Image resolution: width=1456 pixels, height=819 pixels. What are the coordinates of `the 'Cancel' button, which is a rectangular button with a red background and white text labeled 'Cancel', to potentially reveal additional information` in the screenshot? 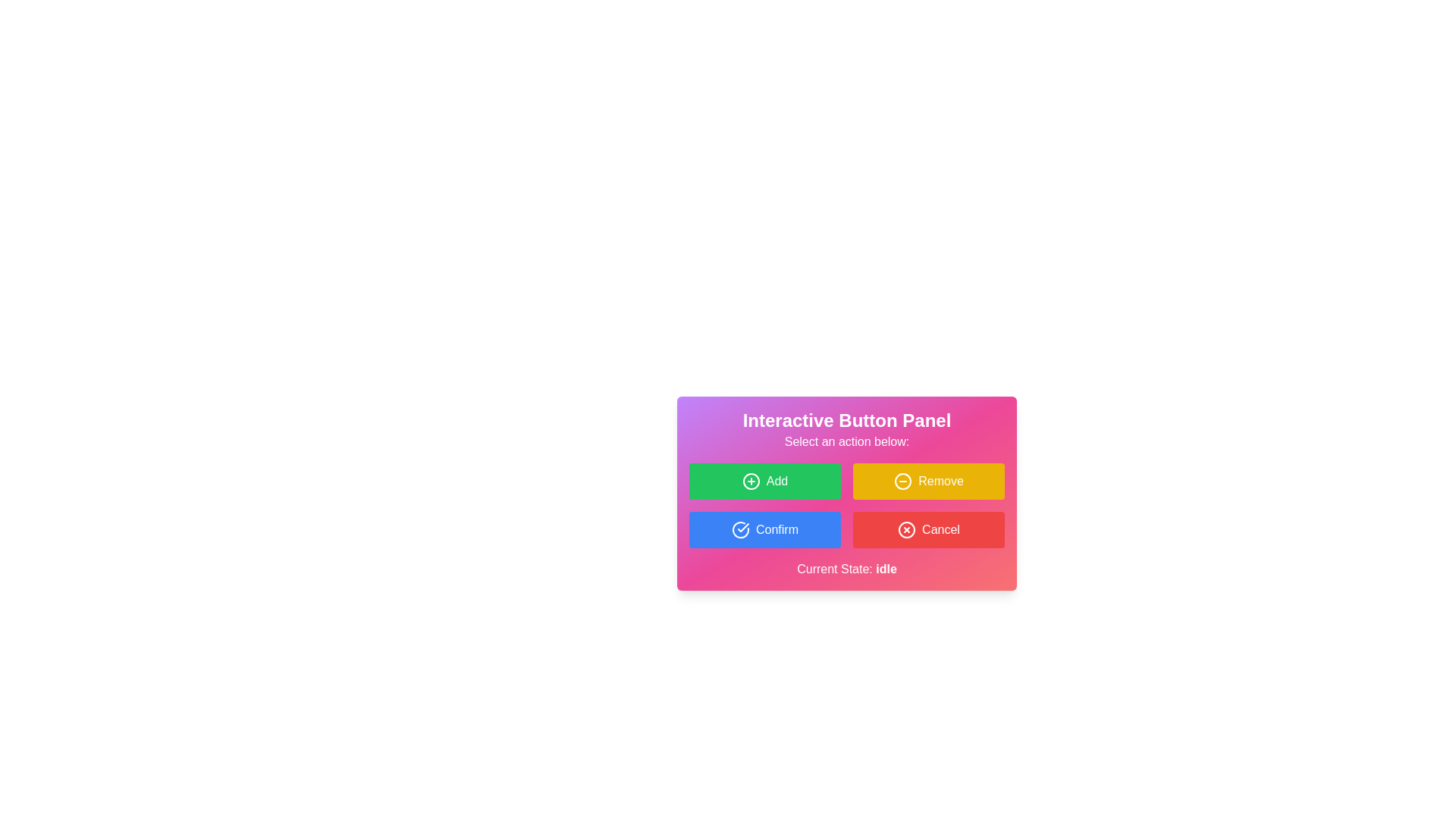 It's located at (927, 529).